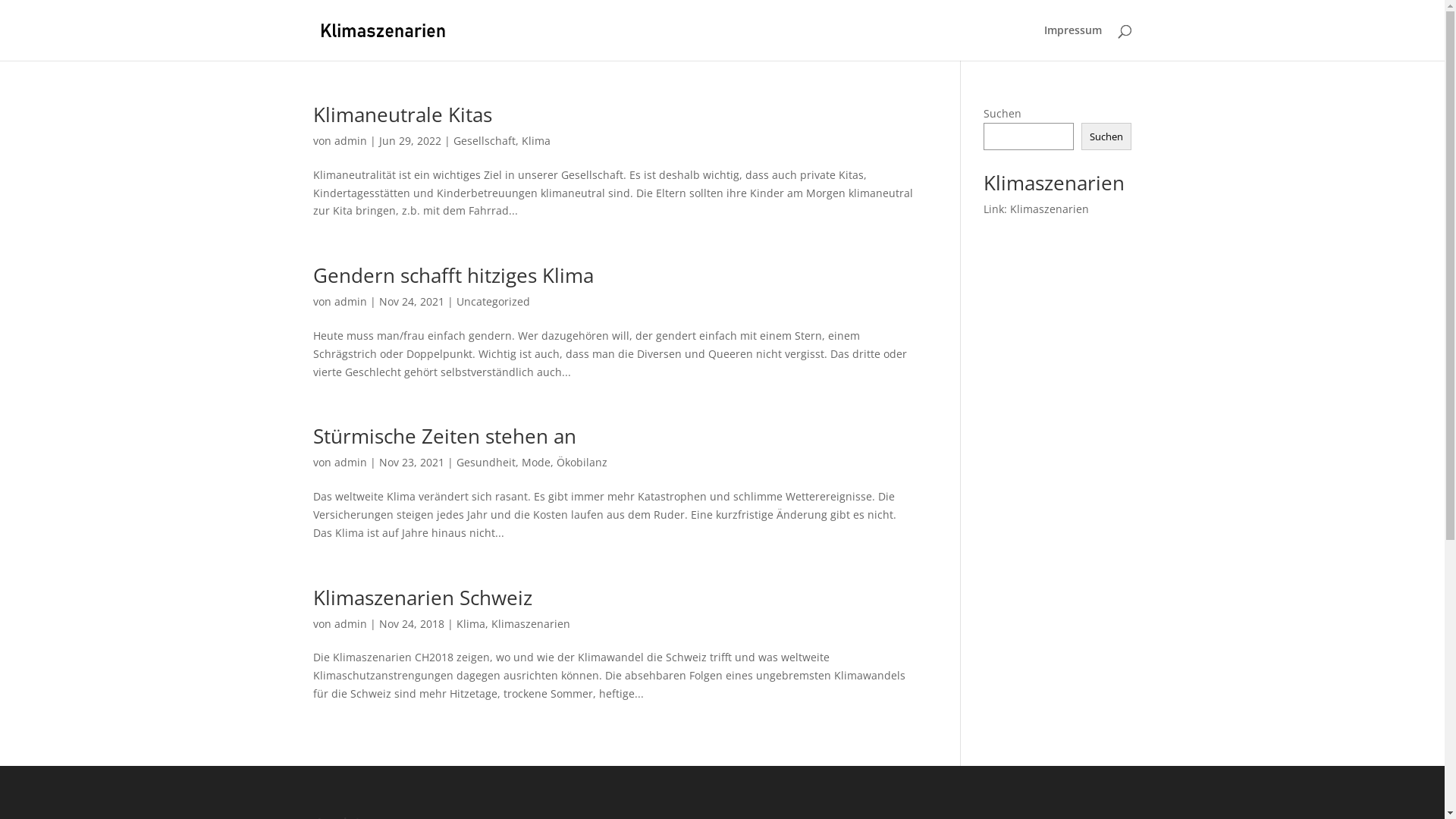  What do you see at coordinates (531, 623) in the screenshot?
I see `'Klimaszenarien'` at bounding box center [531, 623].